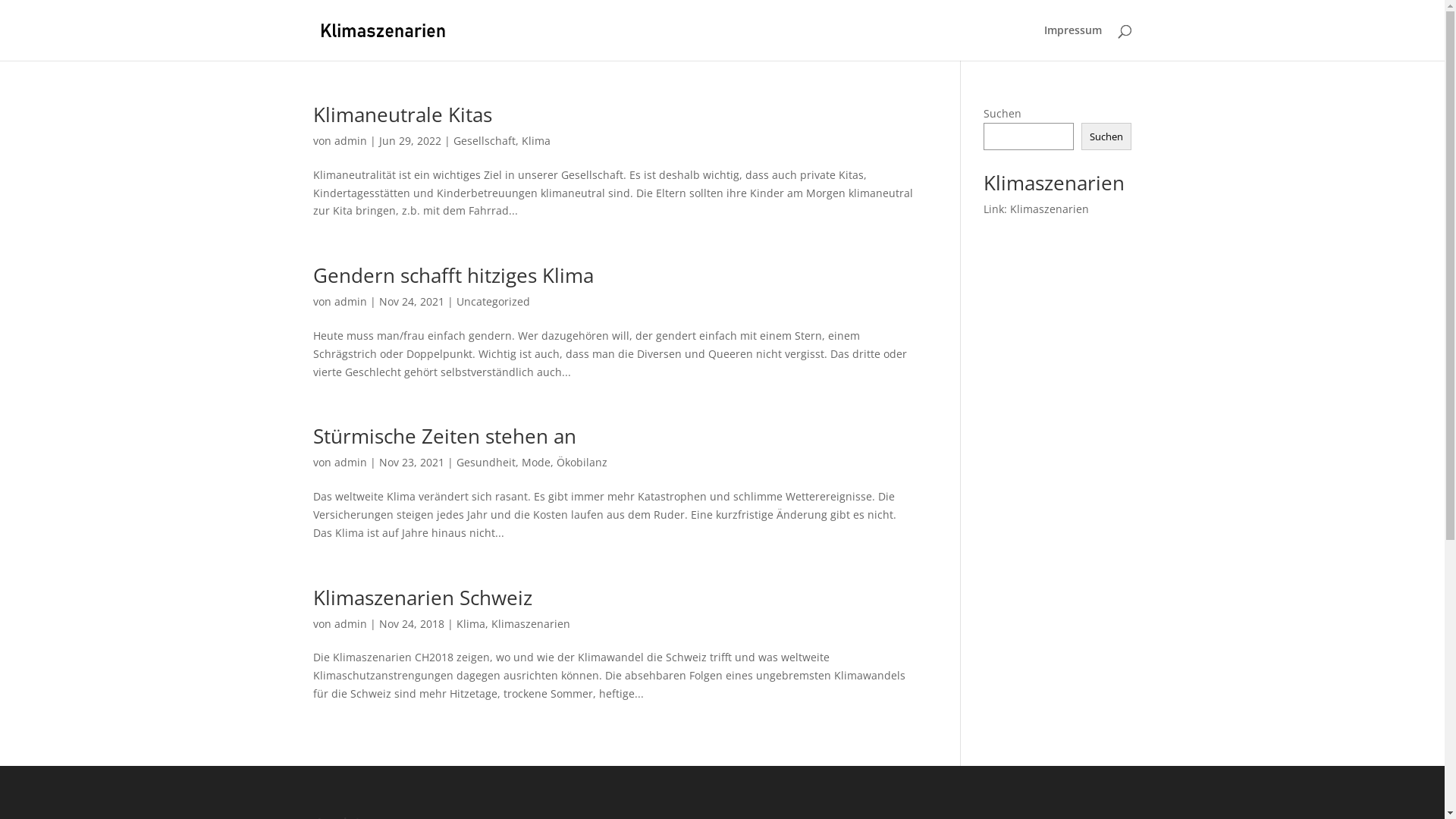  What do you see at coordinates (531, 623) in the screenshot?
I see `'Klimaszenarien'` at bounding box center [531, 623].